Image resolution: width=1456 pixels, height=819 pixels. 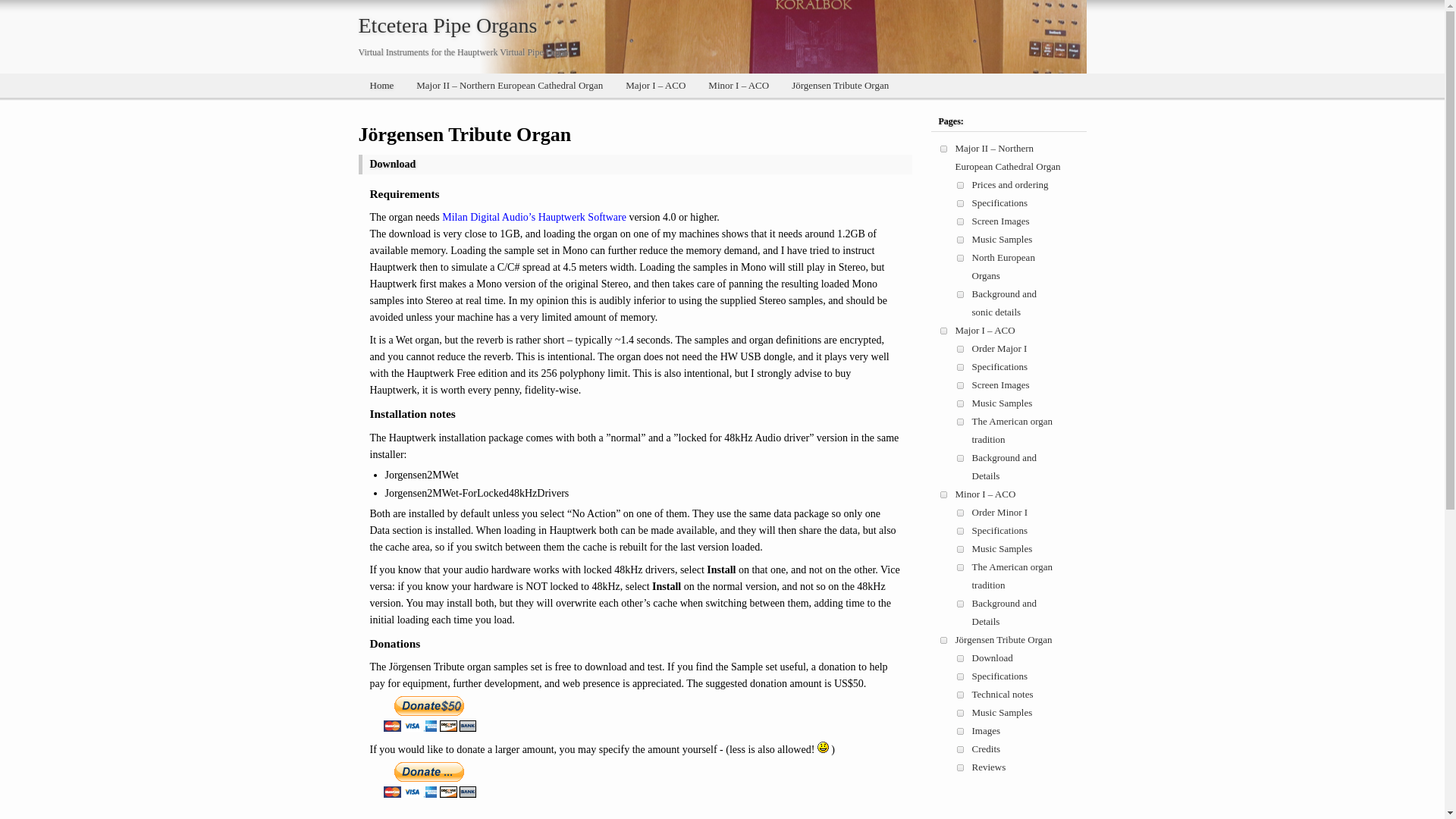 I want to click on 'Specifications', so click(x=1000, y=529).